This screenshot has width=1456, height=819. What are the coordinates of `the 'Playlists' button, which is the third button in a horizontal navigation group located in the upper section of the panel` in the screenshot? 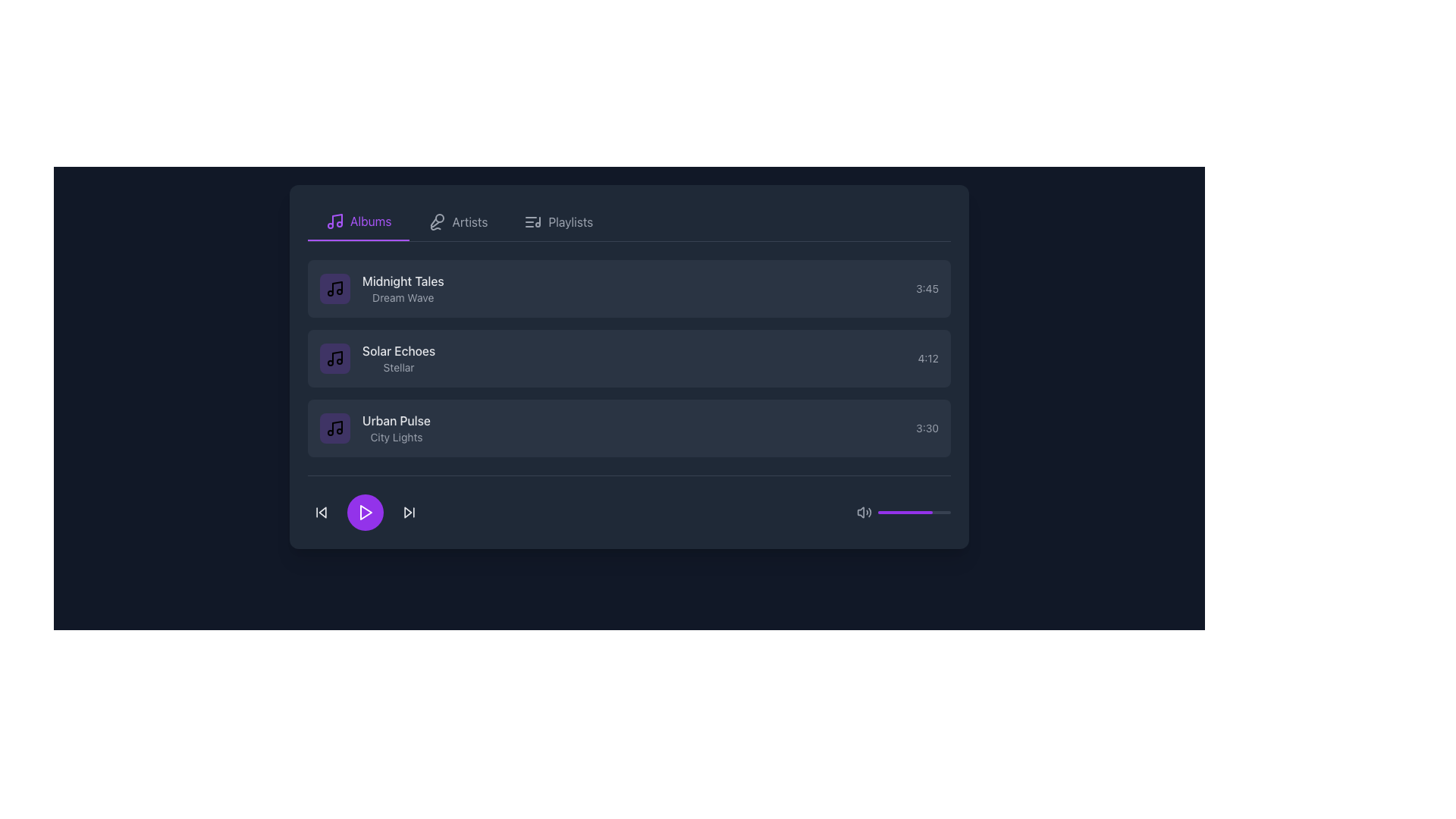 It's located at (557, 222).